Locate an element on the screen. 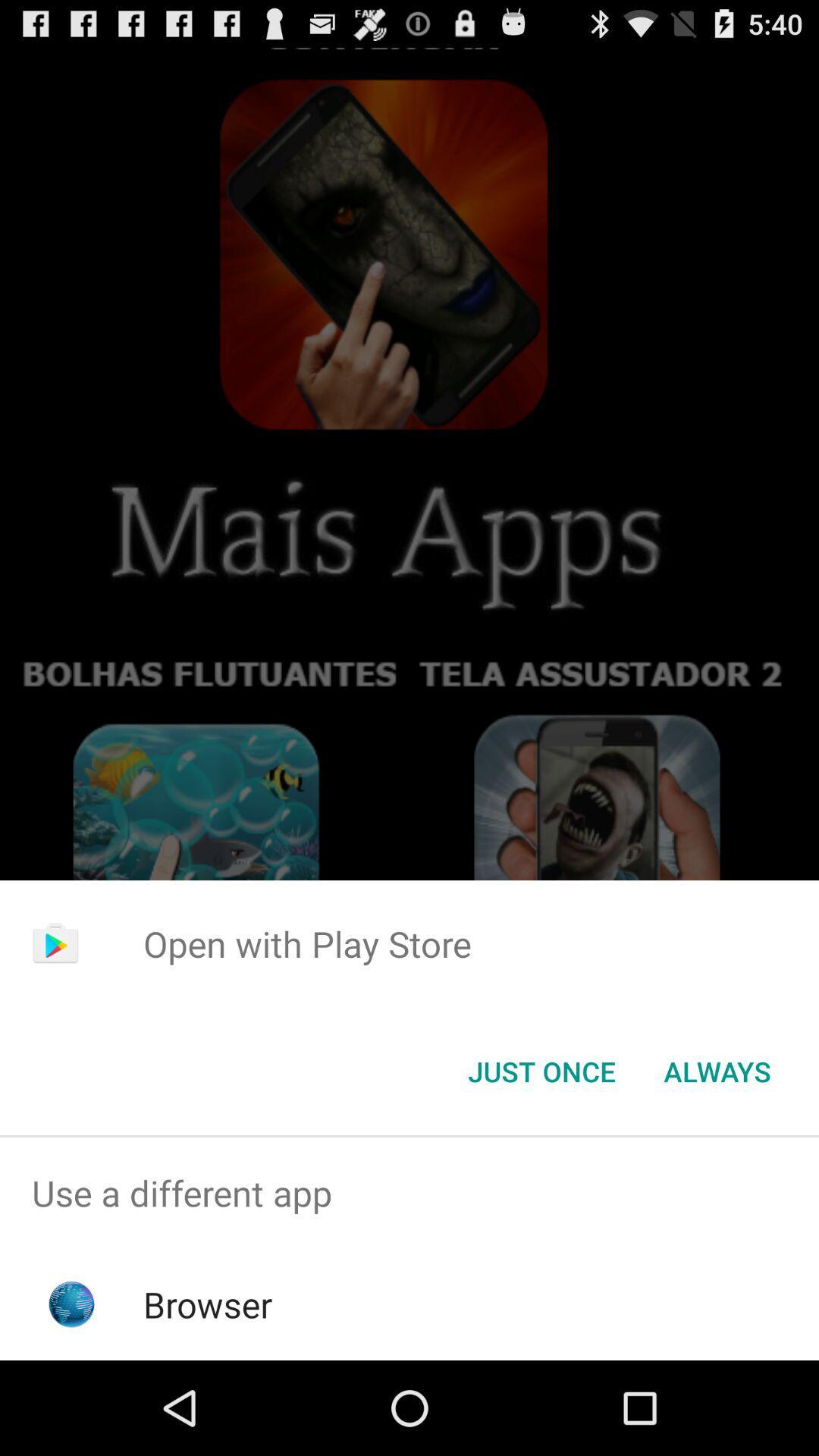 The height and width of the screenshot is (1456, 819). the item at the bottom right corner is located at coordinates (717, 1070).